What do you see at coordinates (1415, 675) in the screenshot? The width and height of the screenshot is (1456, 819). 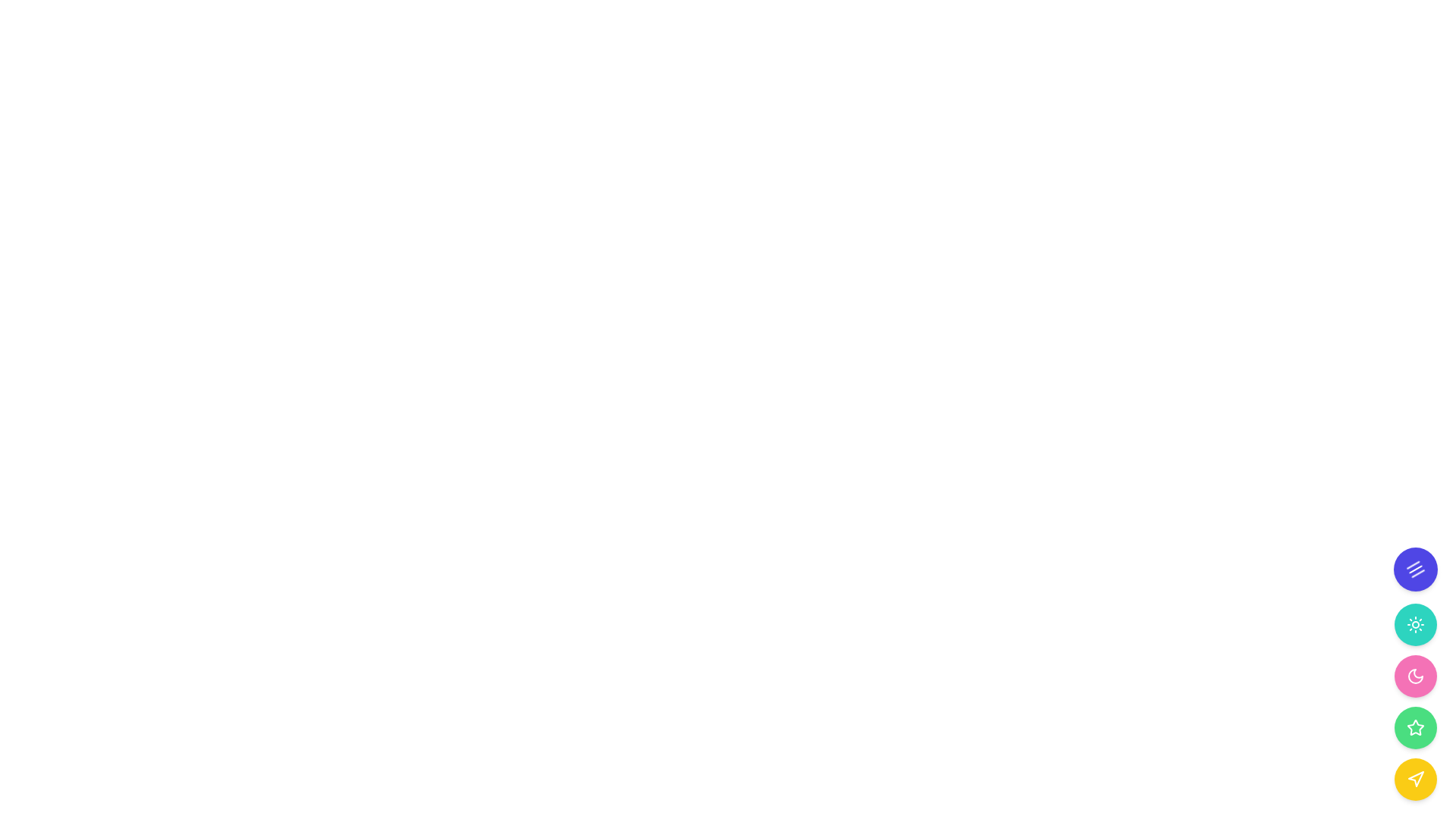 I see `the moon-like icon within the third circular button from the top, which has a pink background` at bounding box center [1415, 675].